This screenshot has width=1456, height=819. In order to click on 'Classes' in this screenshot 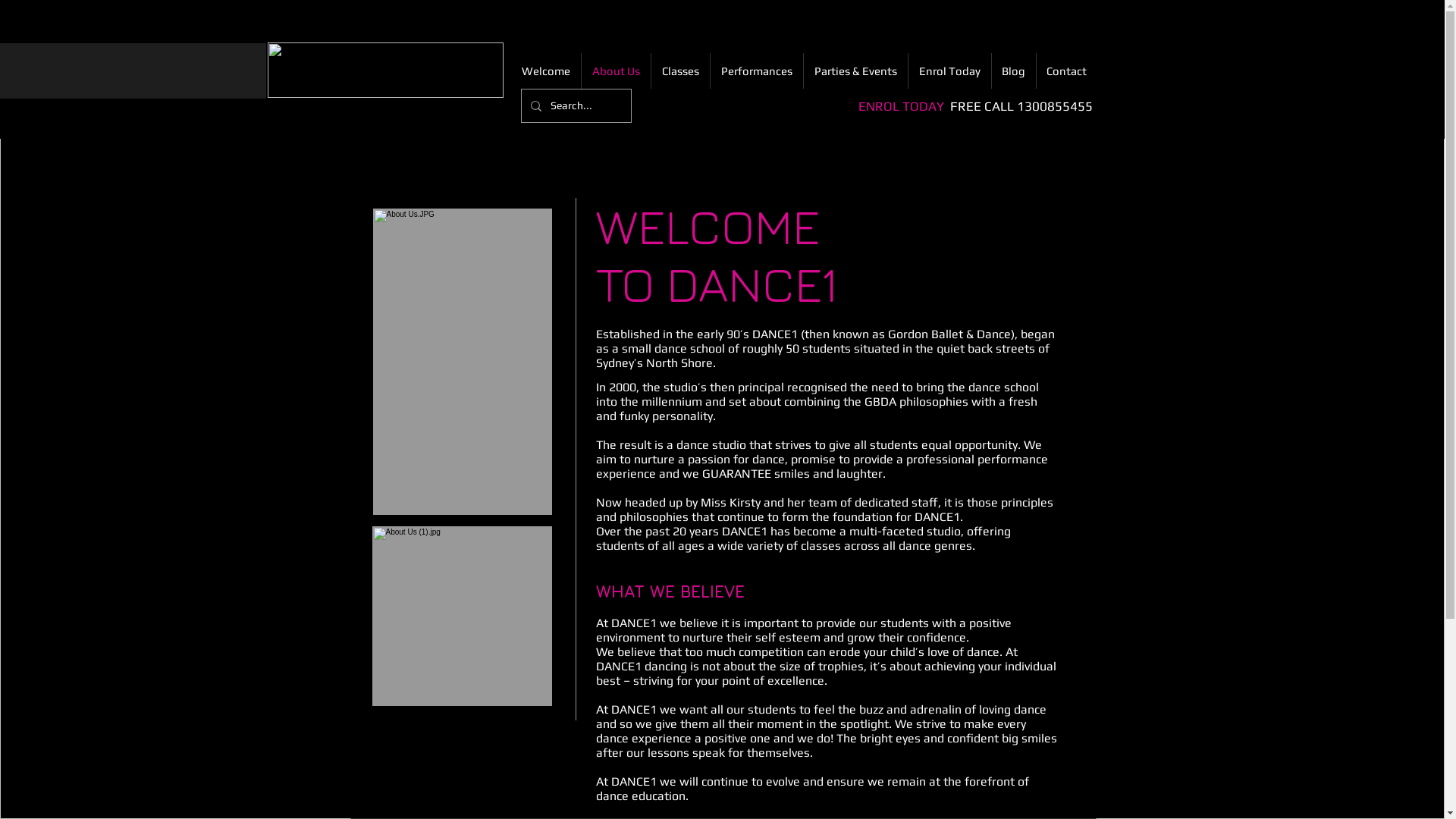, I will do `click(651, 71)`.